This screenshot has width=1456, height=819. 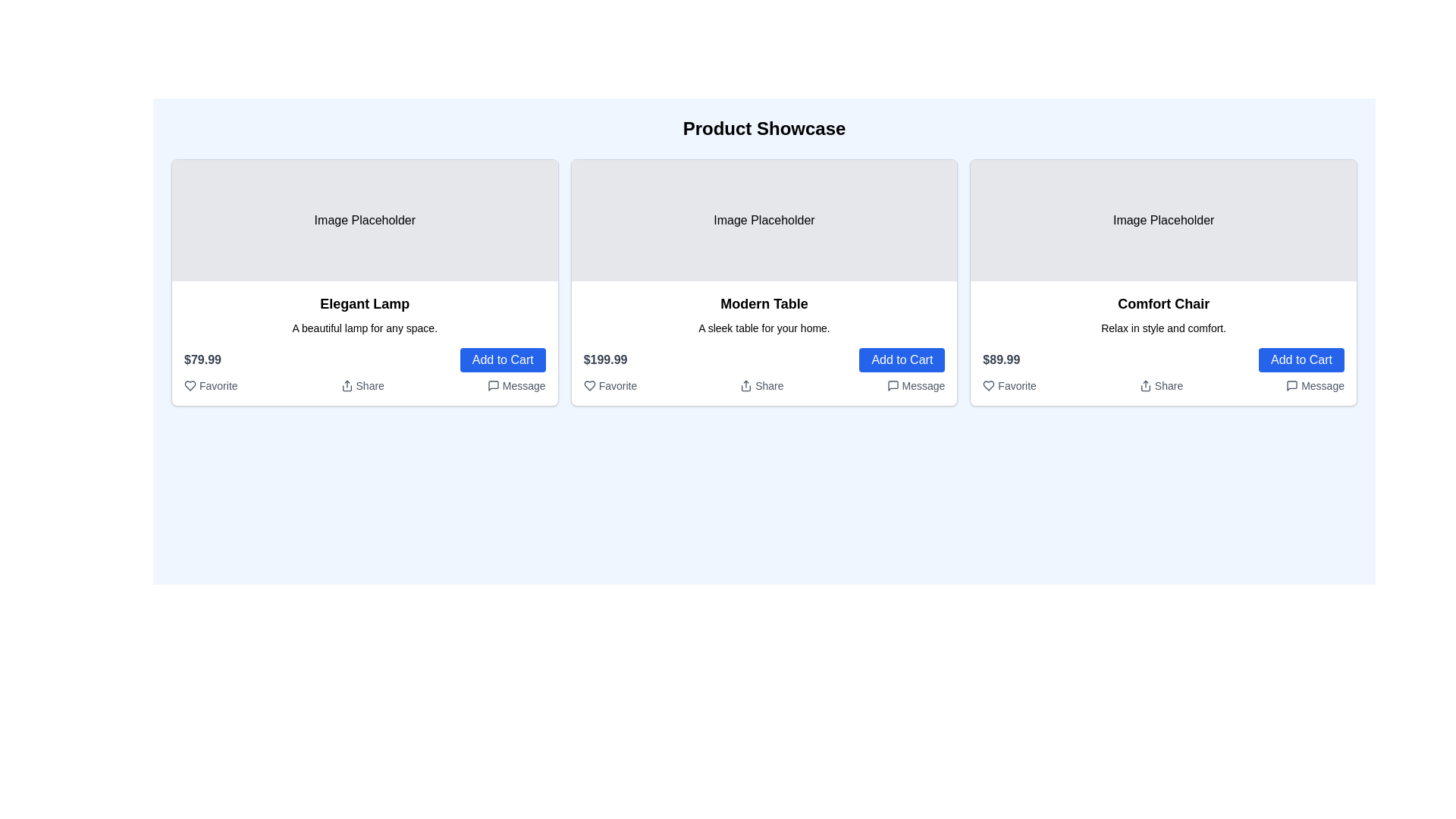 What do you see at coordinates (610, 385) in the screenshot?
I see `the 'Favorite' button located at the bottom of the 'Modern Table' card` at bounding box center [610, 385].